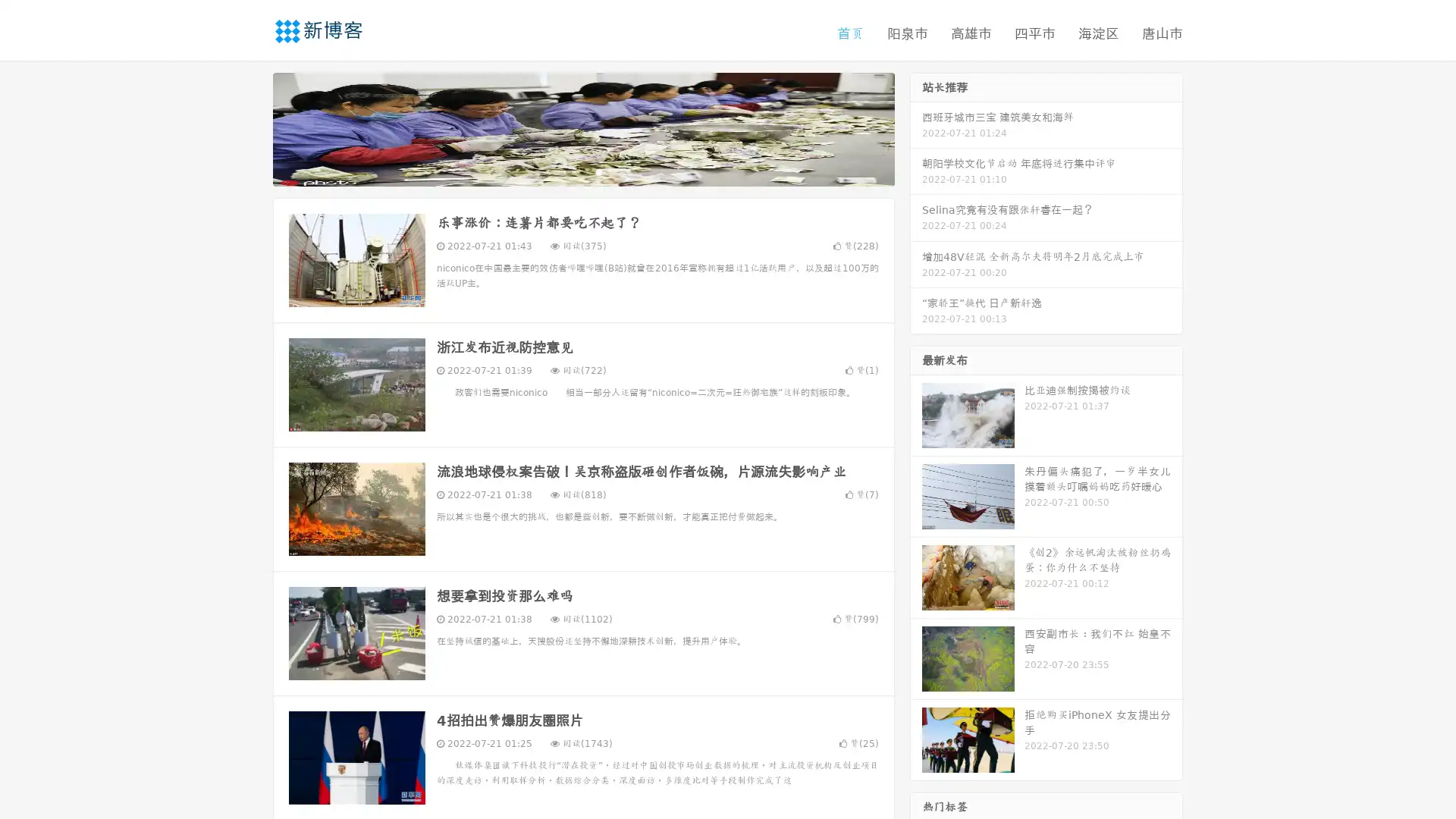 Image resolution: width=1456 pixels, height=819 pixels. What do you see at coordinates (582, 171) in the screenshot?
I see `Go to slide 2` at bounding box center [582, 171].